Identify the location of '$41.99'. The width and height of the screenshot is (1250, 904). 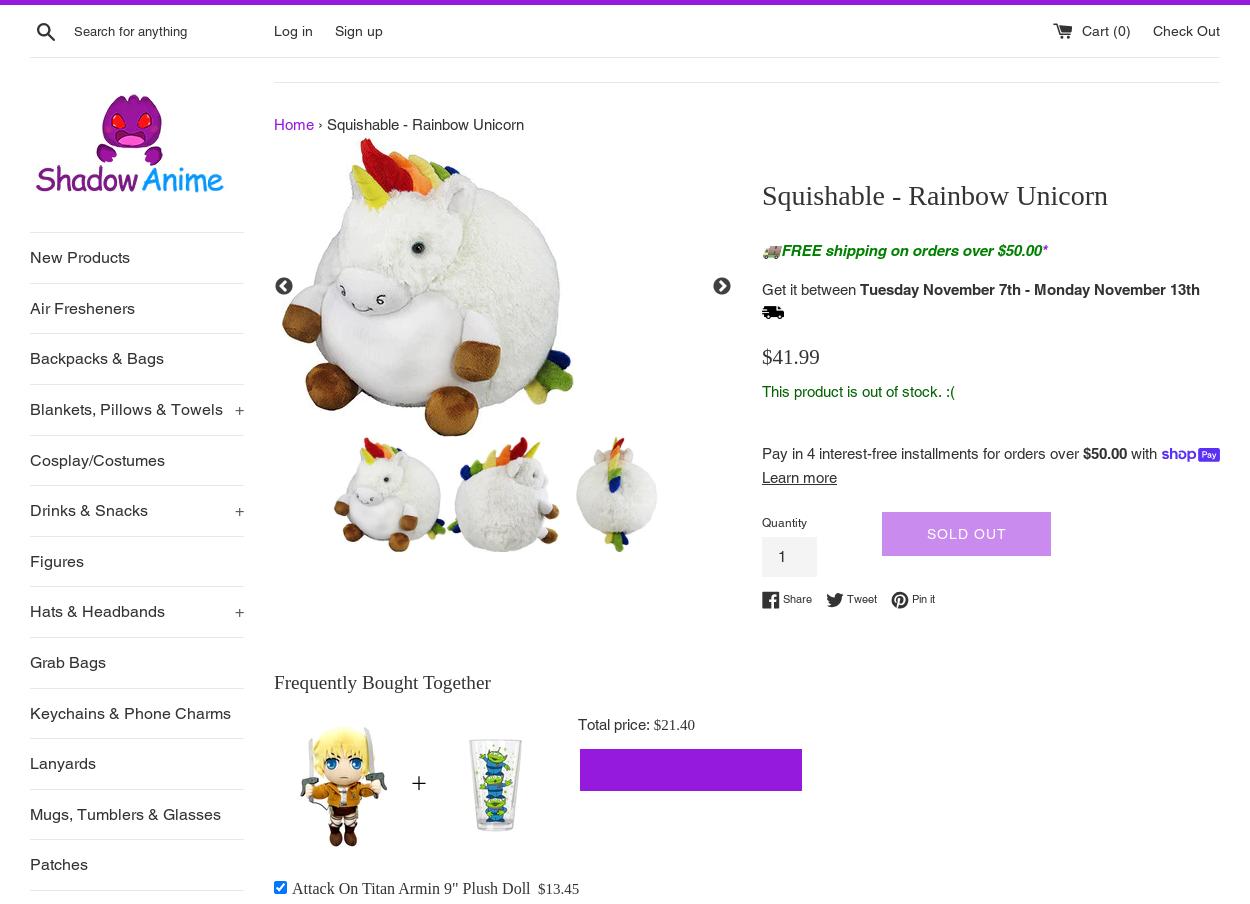
(790, 355).